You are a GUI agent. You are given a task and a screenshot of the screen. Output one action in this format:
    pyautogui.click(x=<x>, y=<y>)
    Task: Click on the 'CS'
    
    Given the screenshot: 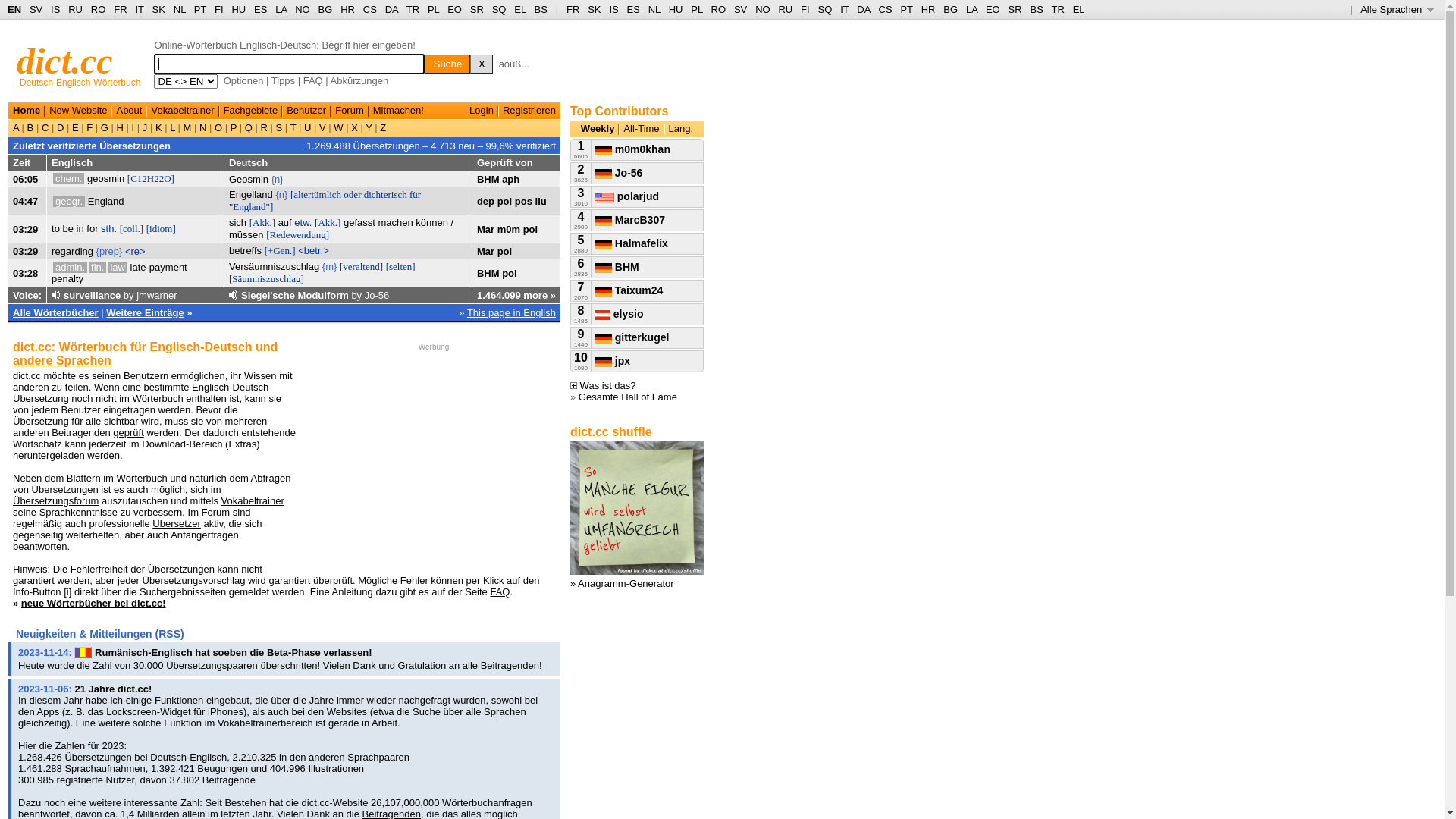 What is the action you would take?
    pyautogui.click(x=884, y=9)
    